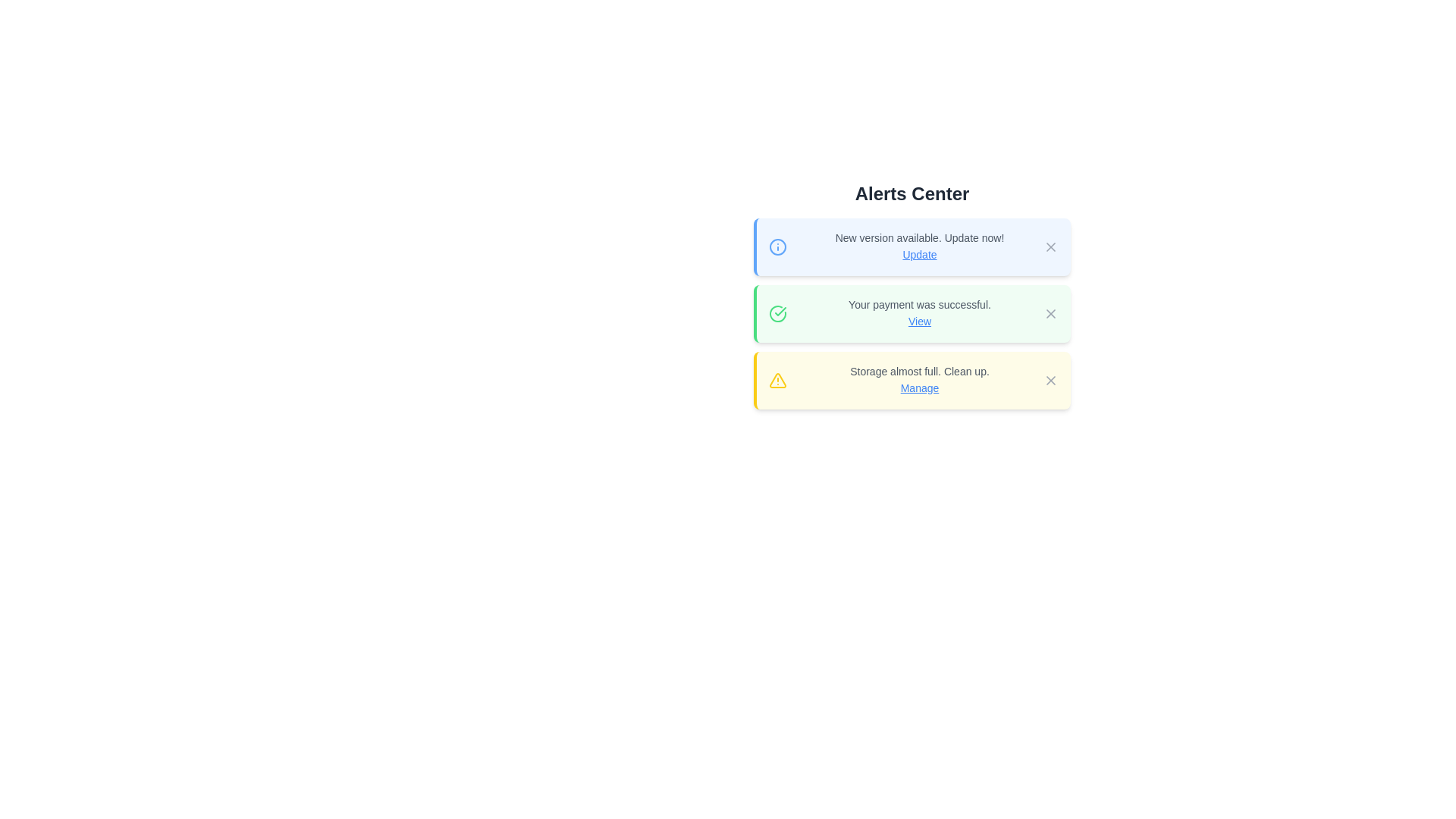 This screenshot has height=819, width=1456. I want to click on the gray 'X' icon button in the top-right corner of the green notification panel that indicates 'Your payment was successful', so click(1050, 312).